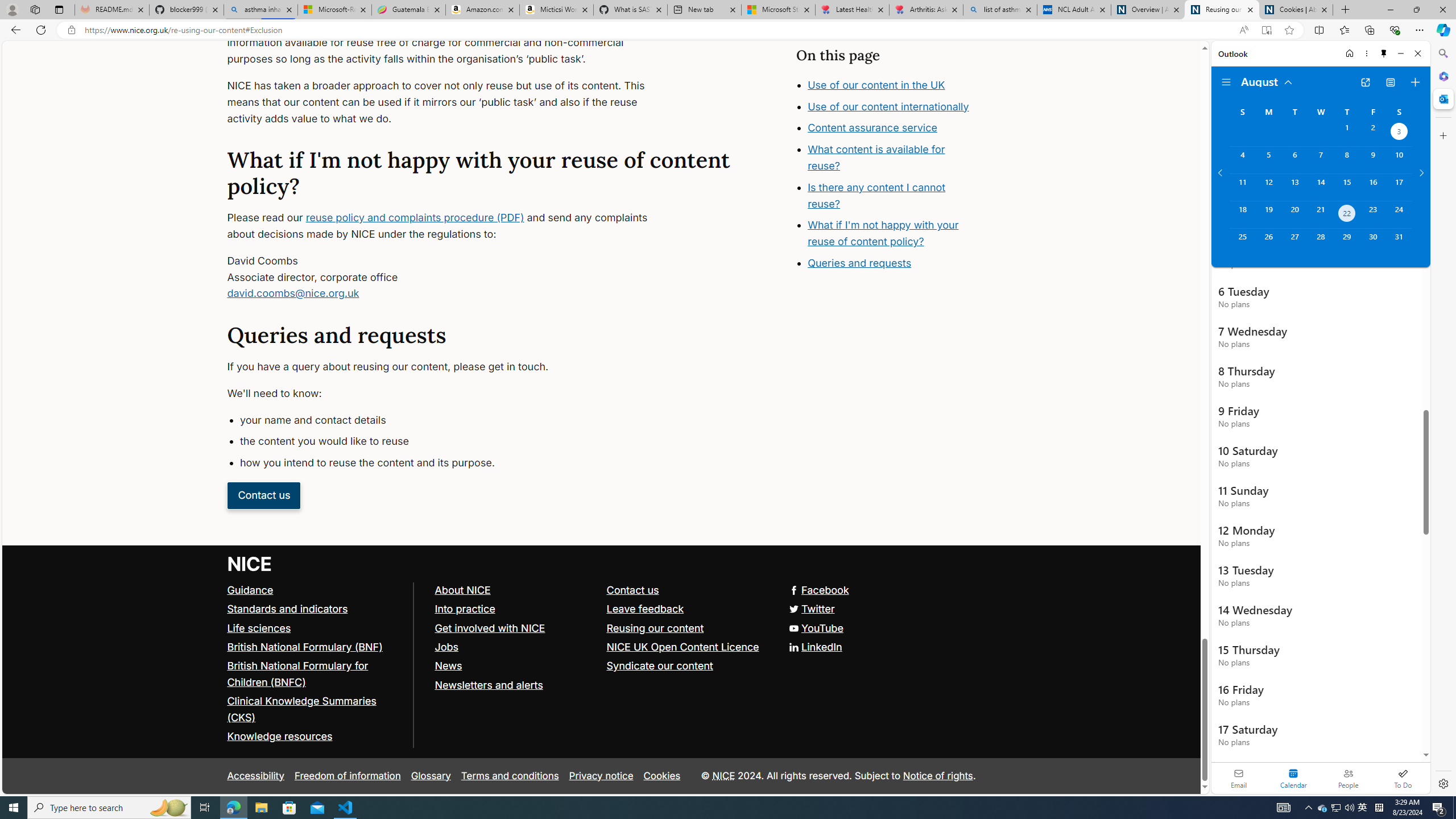 This screenshot has width=1456, height=819. What do you see at coordinates (431, 775) in the screenshot?
I see `'Glossary'` at bounding box center [431, 775].